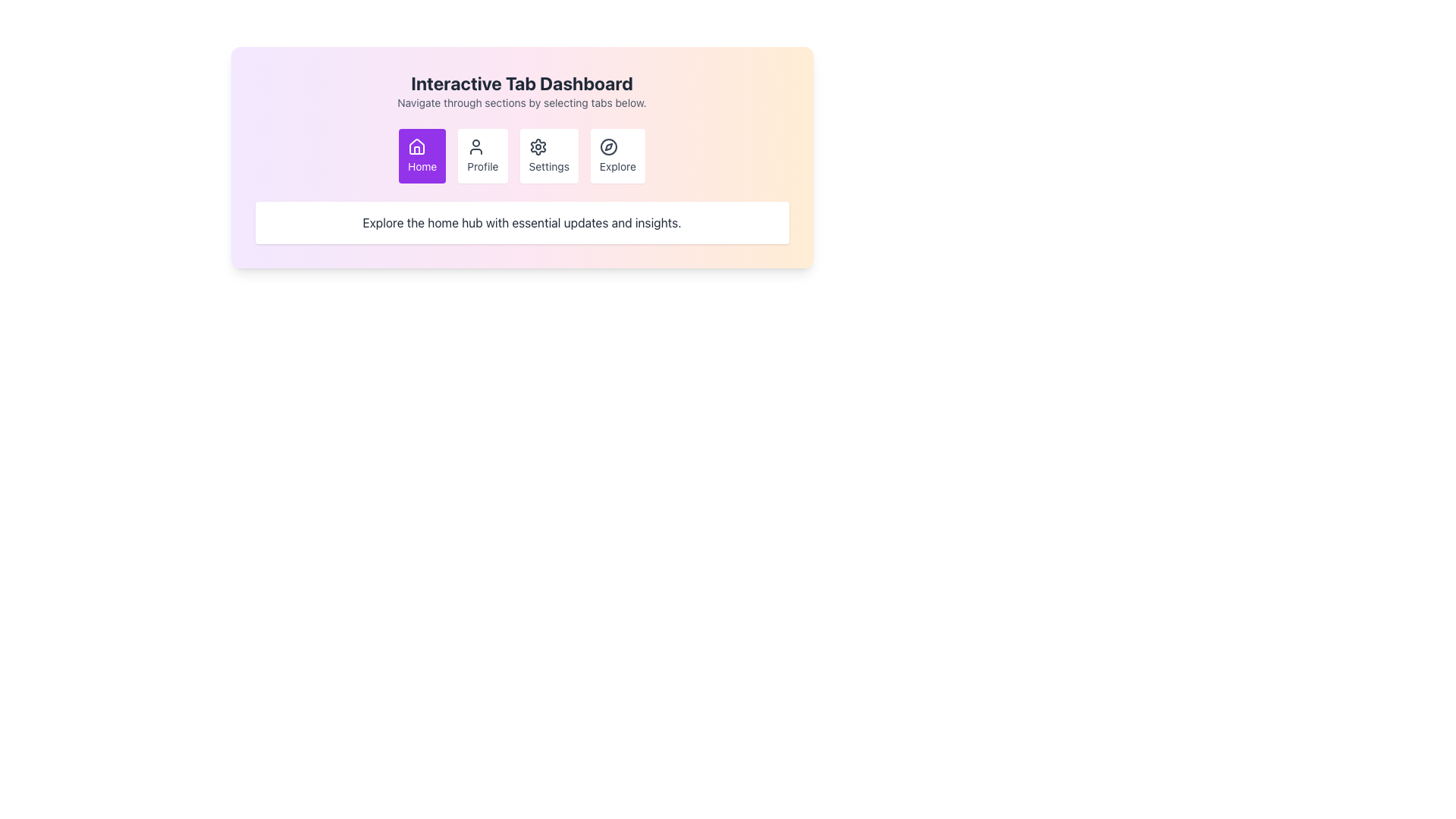  What do you see at coordinates (416, 150) in the screenshot?
I see `the 'Home' icon, which is a house-shaped graphical component located in the first button element labeled 'Home' in the navigation buttons` at bounding box center [416, 150].